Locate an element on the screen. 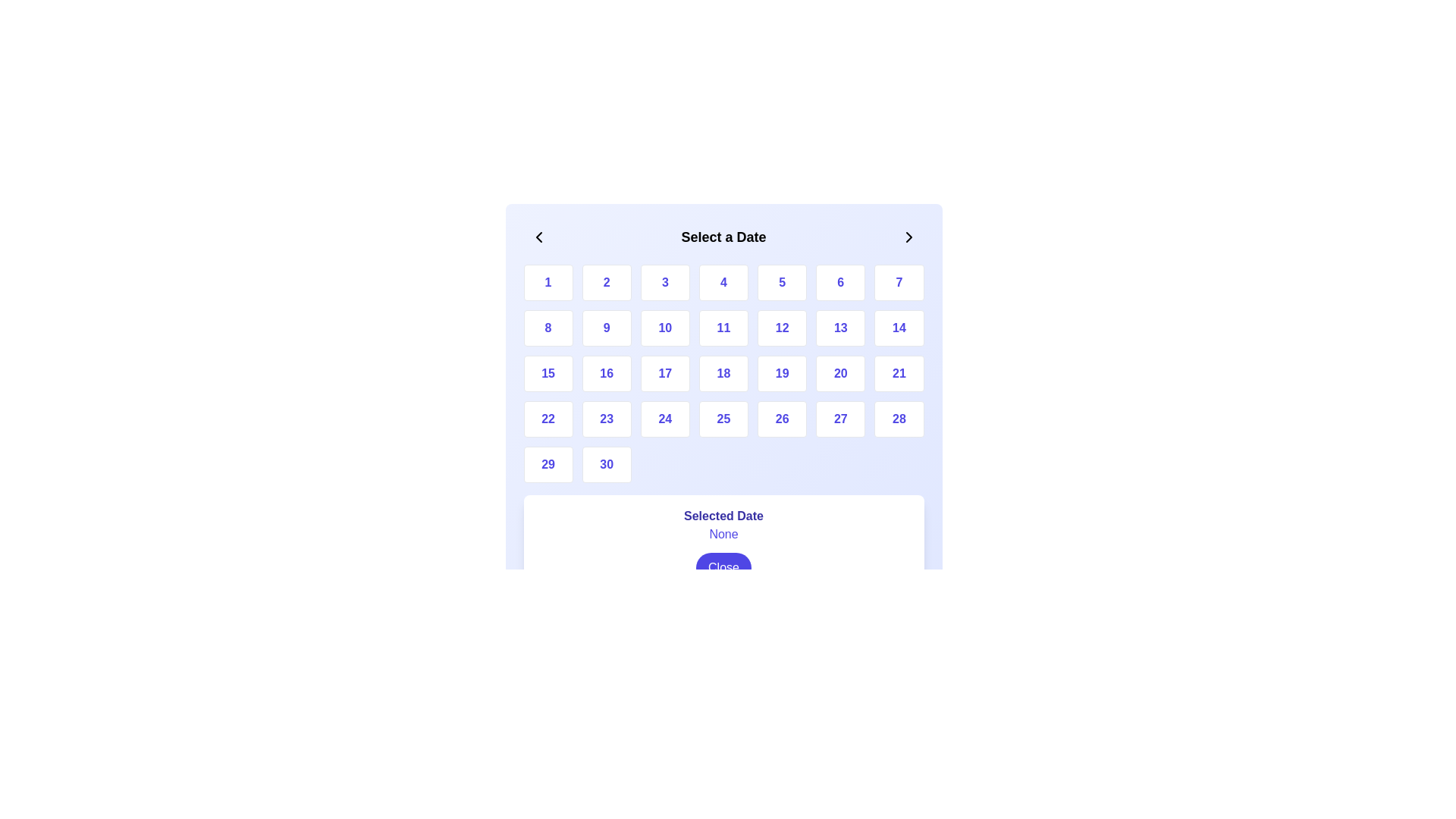  the static text label styled in indigo color, located below the title 'Selected Date' and above the 'Close' button is located at coordinates (723, 534).